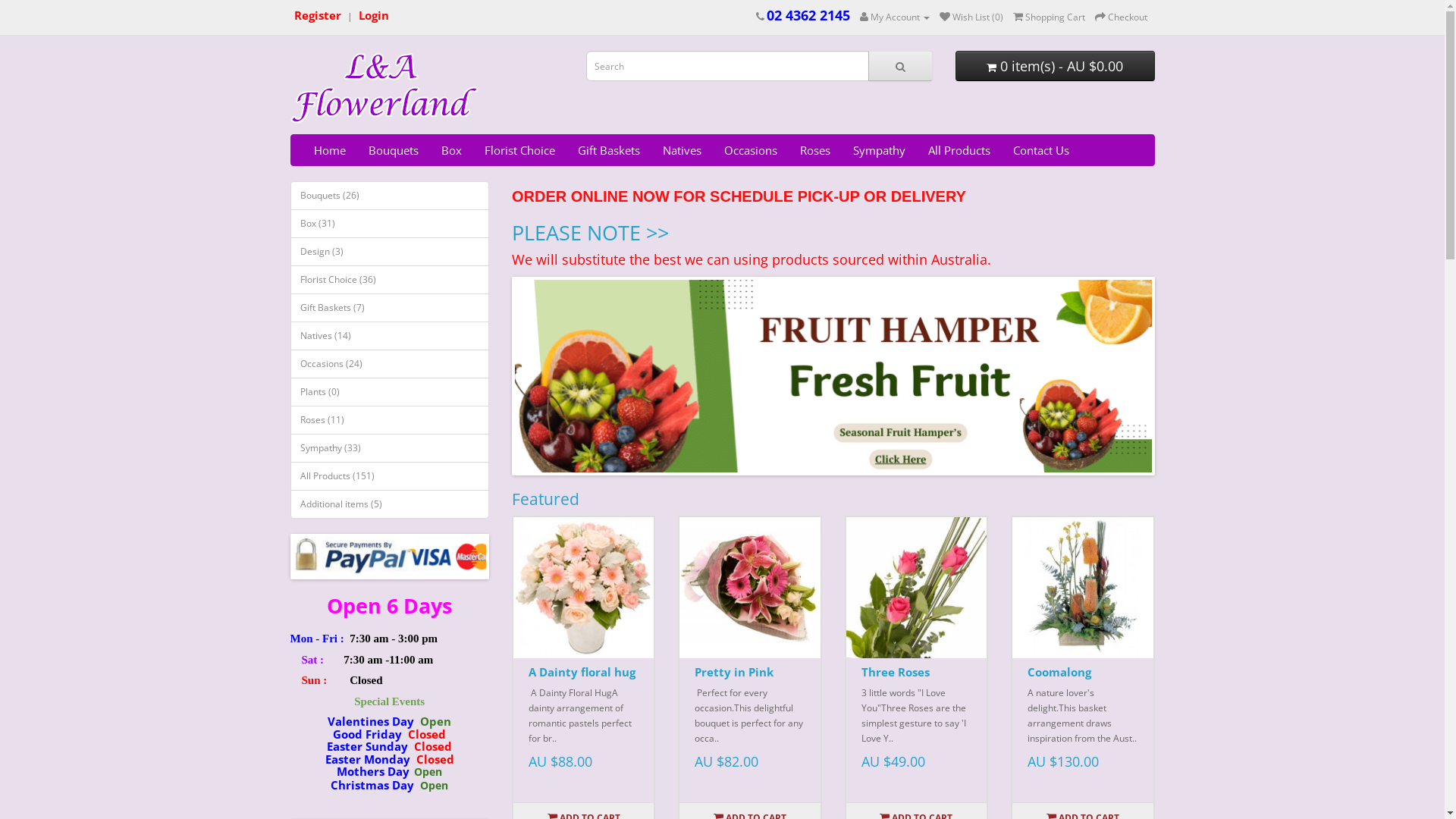  Describe the element at coordinates (290, 223) in the screenshot. I see `'Box (31)'` at that location.